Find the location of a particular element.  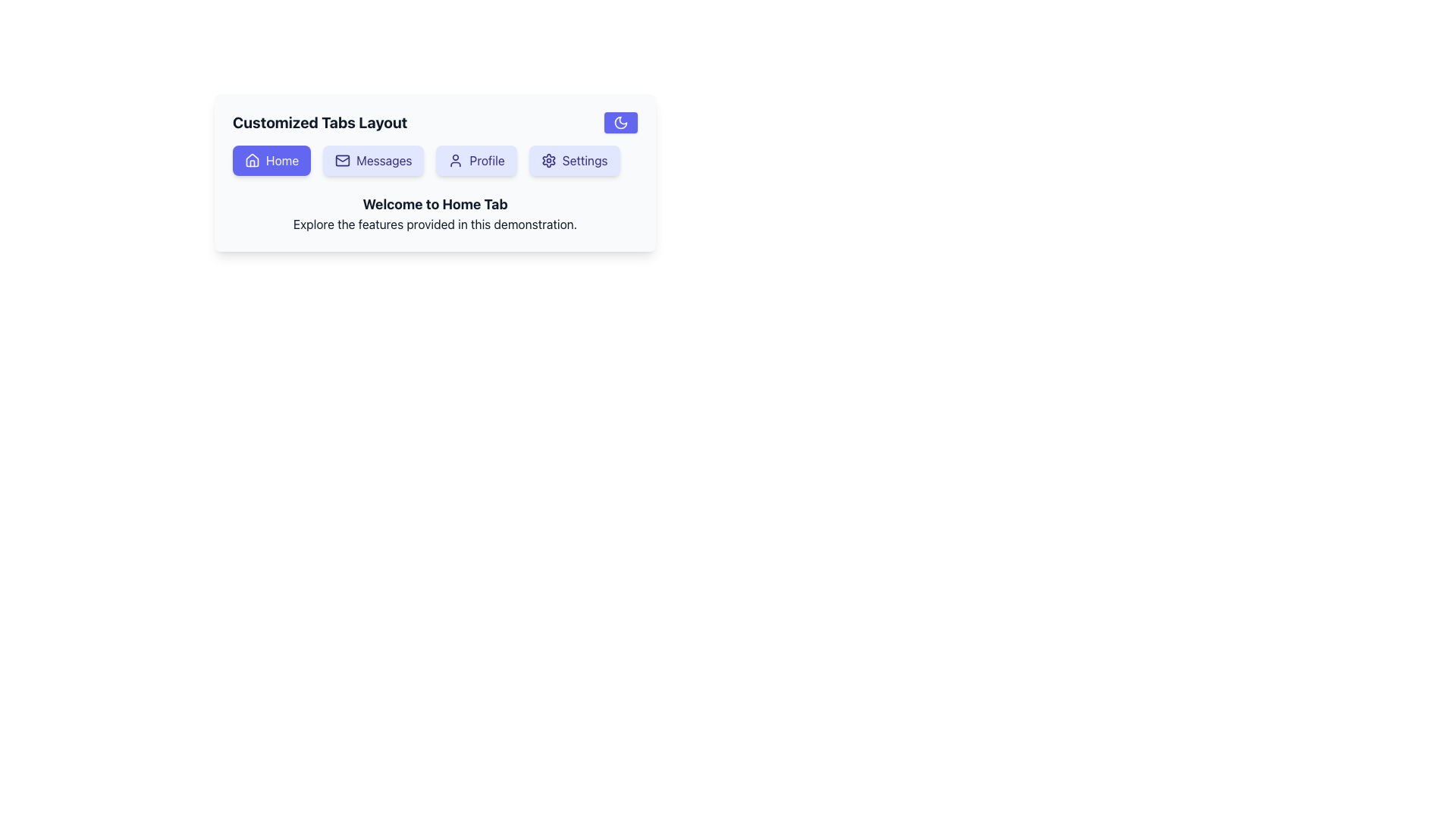

the button at the top-right corner of the 'Customized Tabs Layout' component is located at coordinates (621, 122).